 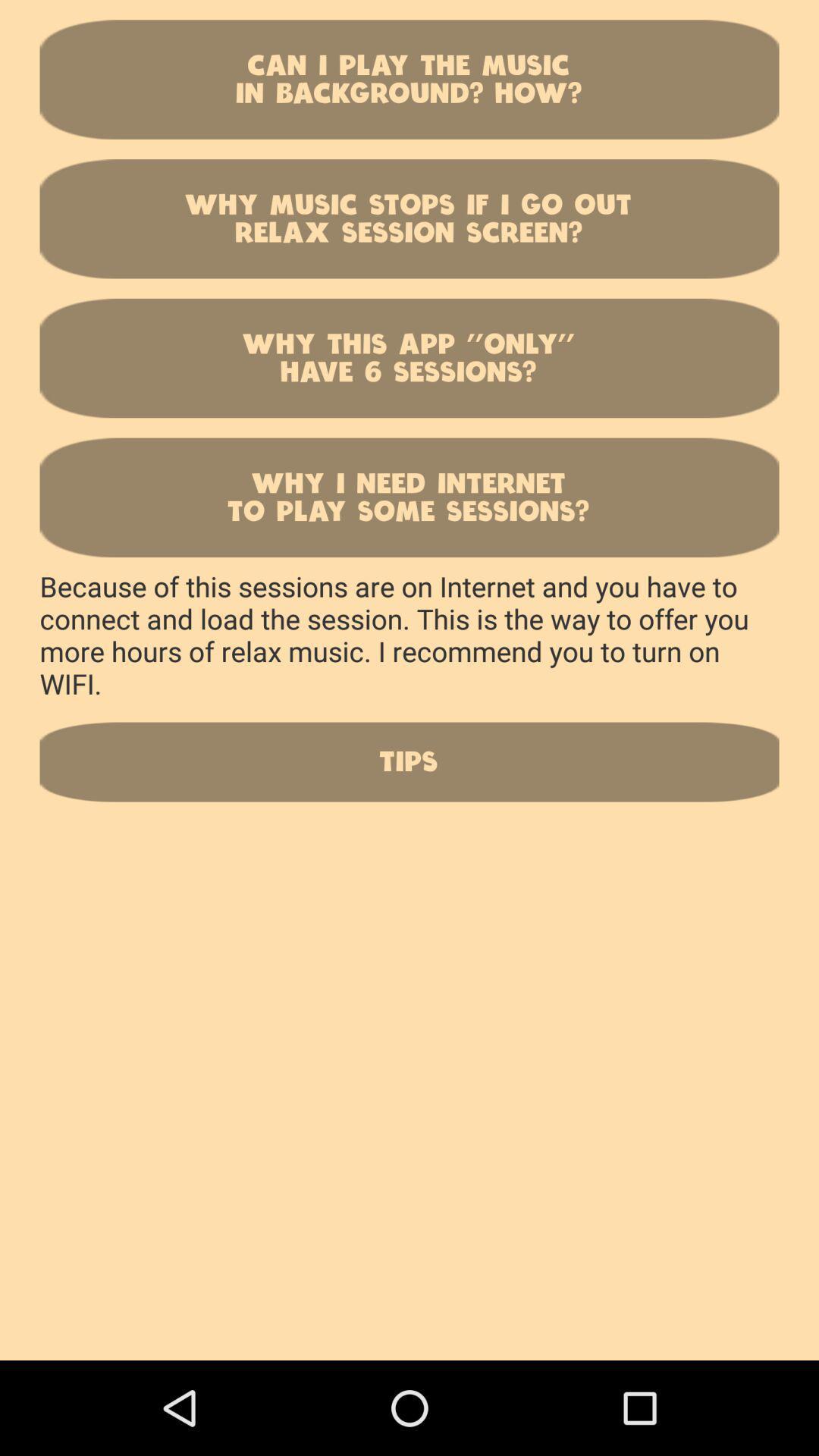 What do you see at coordinates (409, 761) in the screenshot?
I see `app below the because of this app` at bounding box center [409, 761].